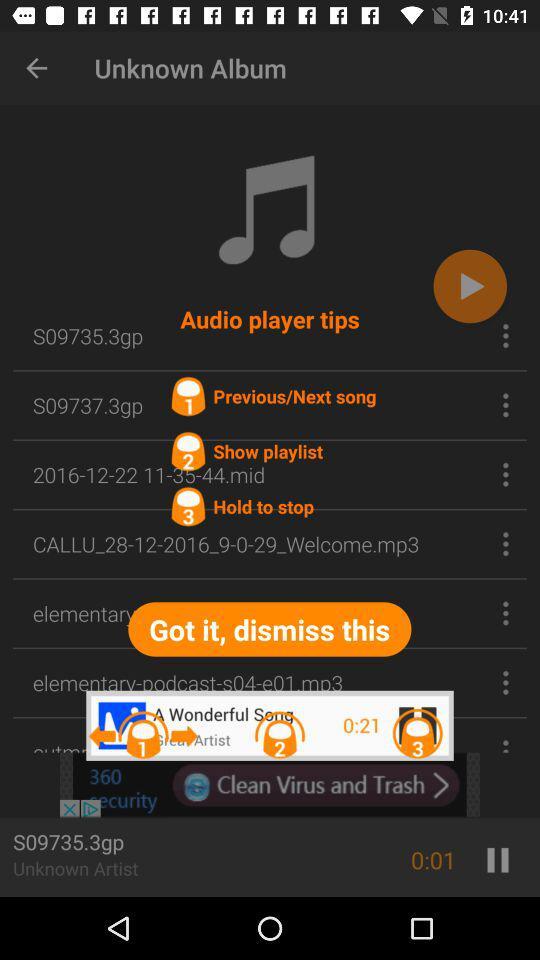  I want to click on the button got it dismiss this, so click(269, 628).